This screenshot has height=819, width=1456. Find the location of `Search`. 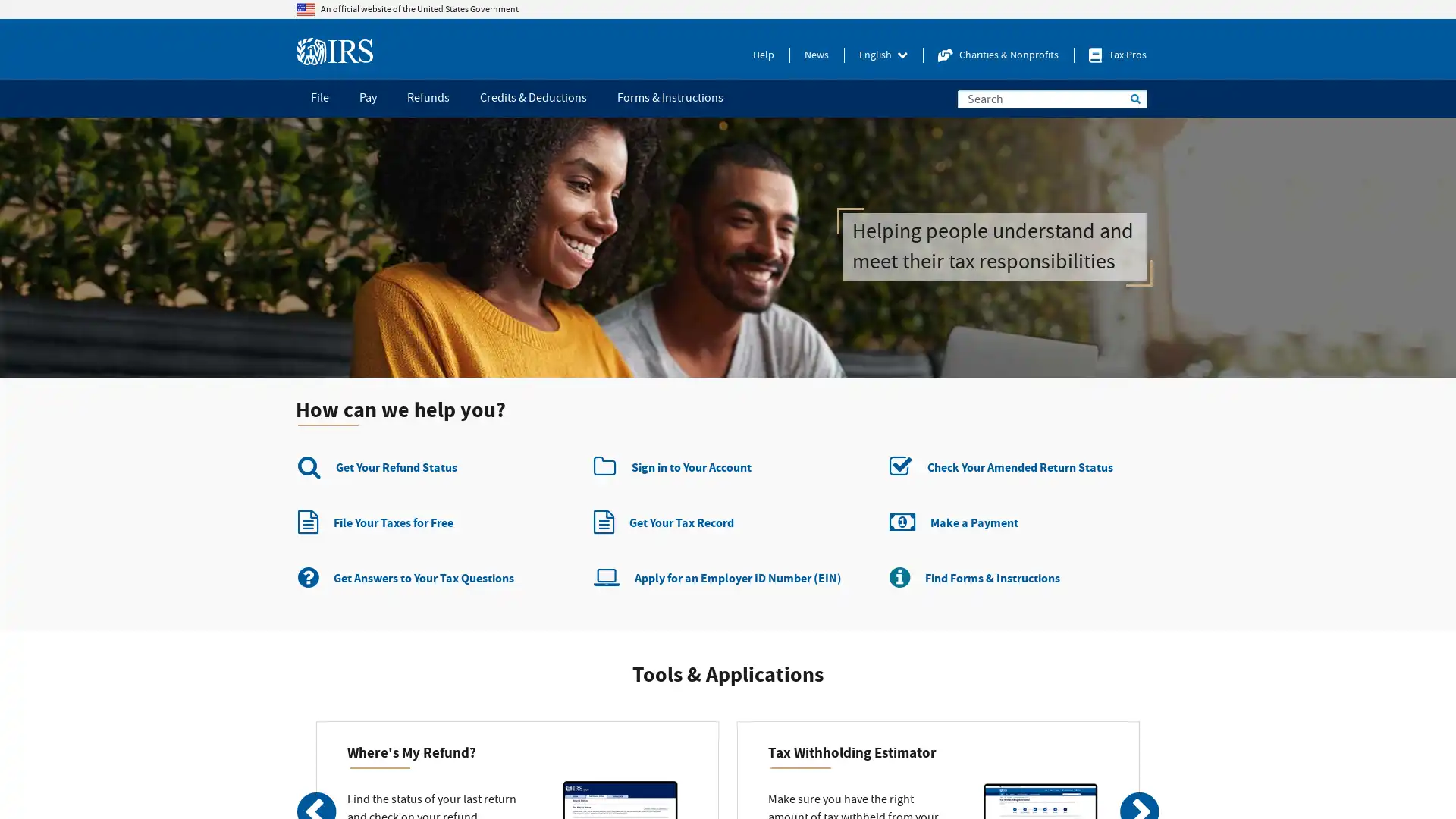

Search is located at coordinates (1135, 99).